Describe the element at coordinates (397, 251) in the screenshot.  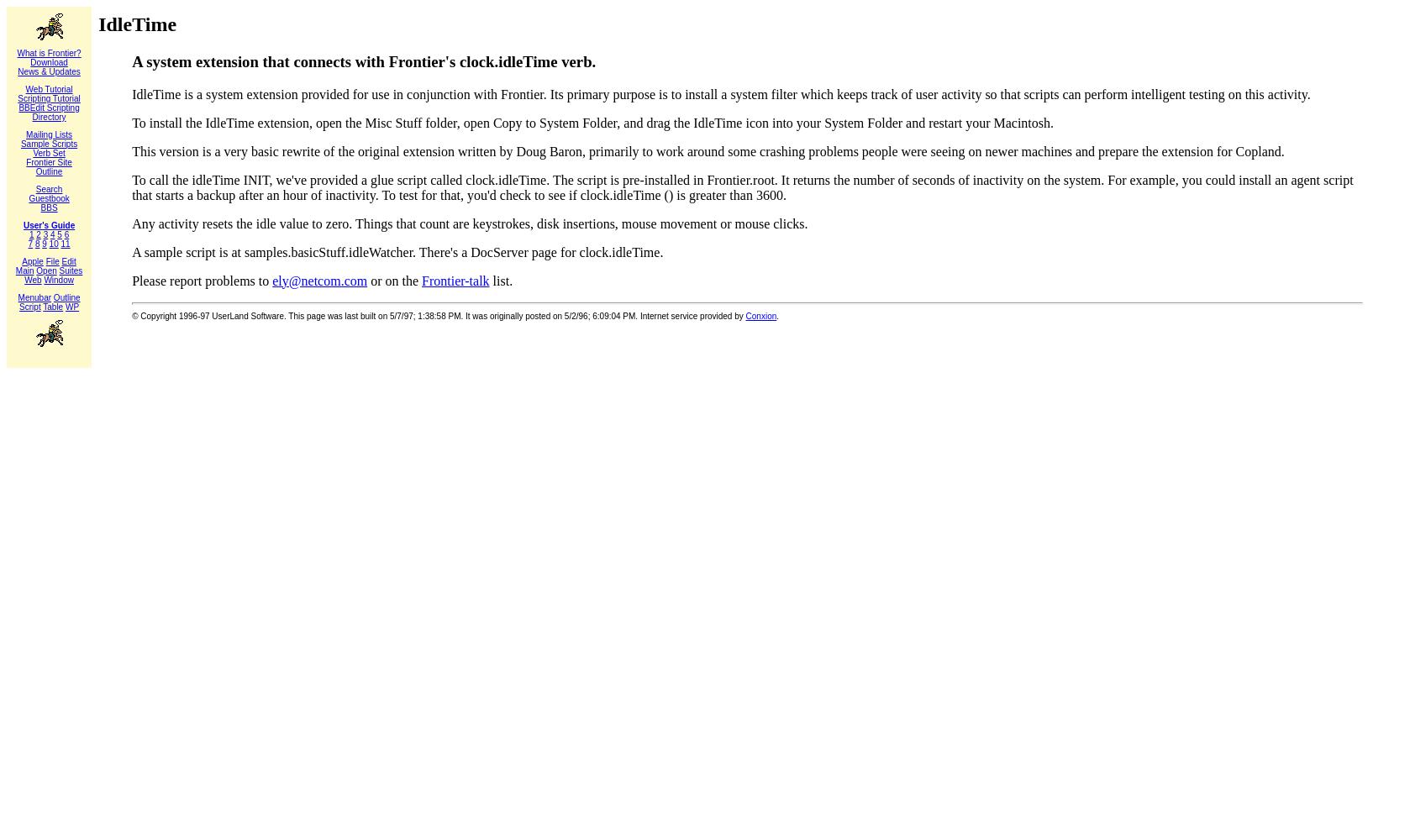
I see `'A sample script is at samples.basicStuff.idleWatcher. There's a DocServer page for clock.idleTime.'` at that location.